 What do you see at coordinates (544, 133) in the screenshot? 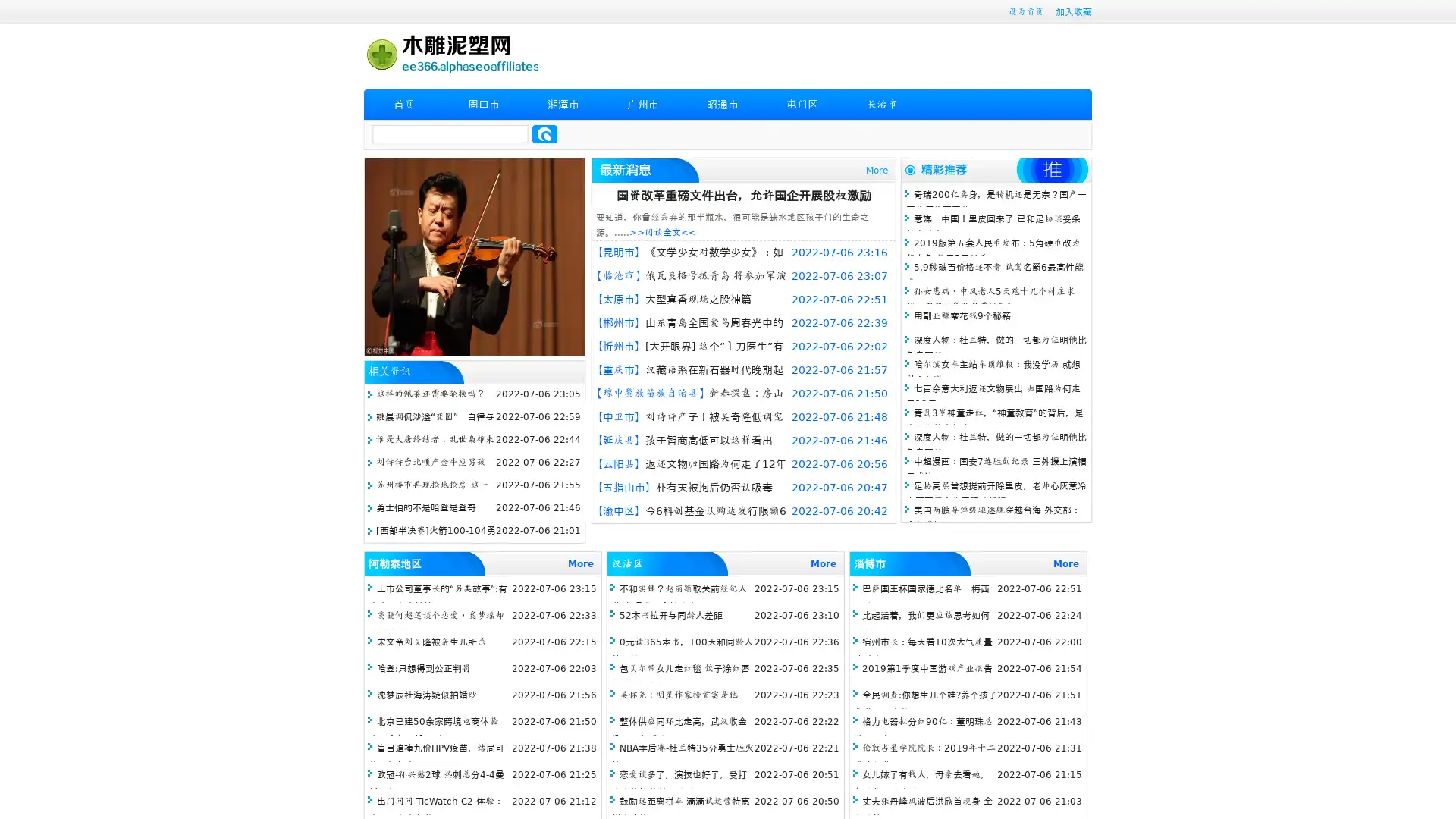
I see `Search` at bounding box center [544, 133].